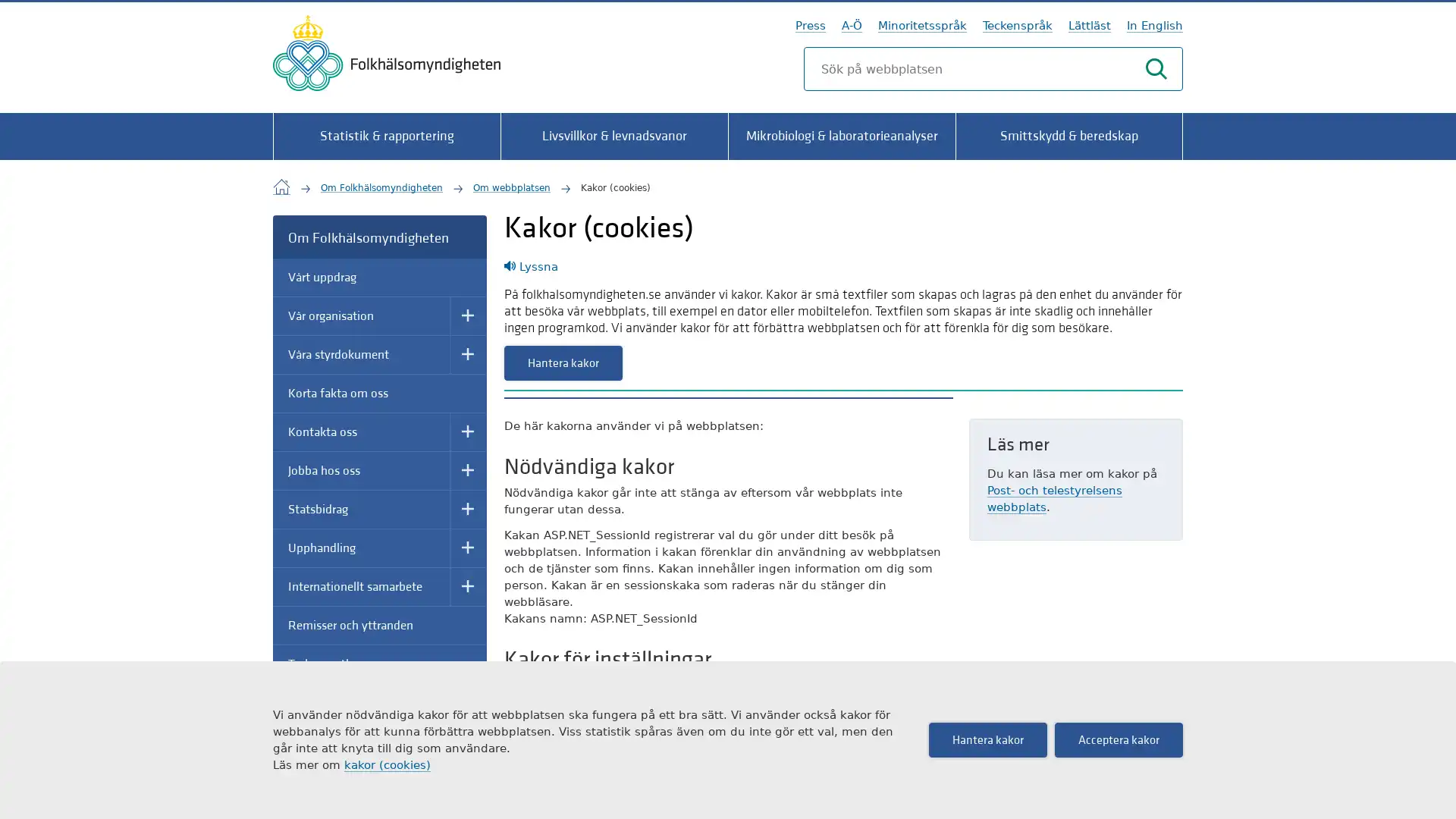 Image resolution: width=1456 pixels, height=819 pixels. I want to click on Expandera, so click(467, 509).